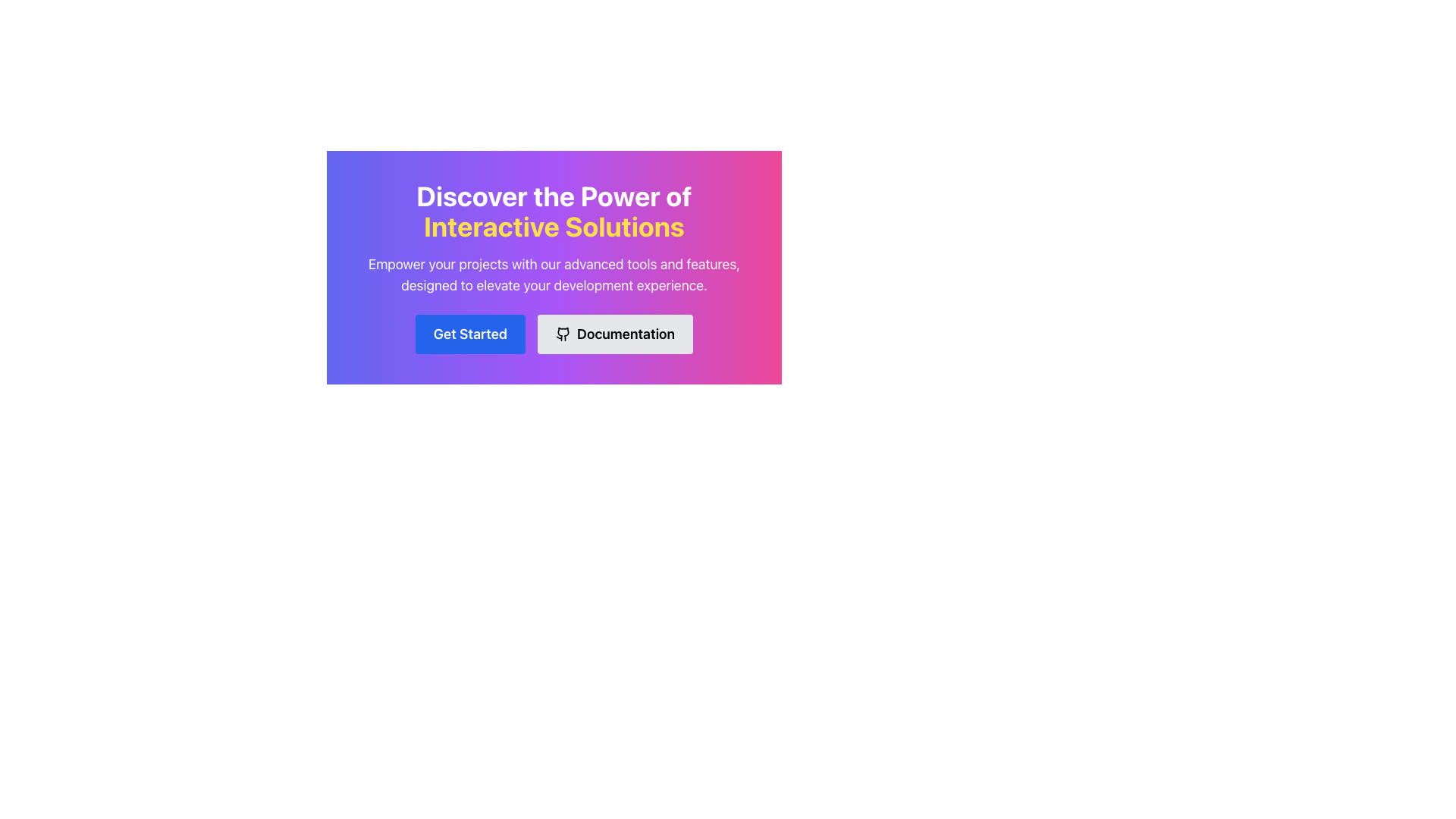  What do you see at coordinates (469, 333) in the screenshot?
I see `the blue 'Get Started' button with white text to initiate the action` at bounding box center [469, 333].